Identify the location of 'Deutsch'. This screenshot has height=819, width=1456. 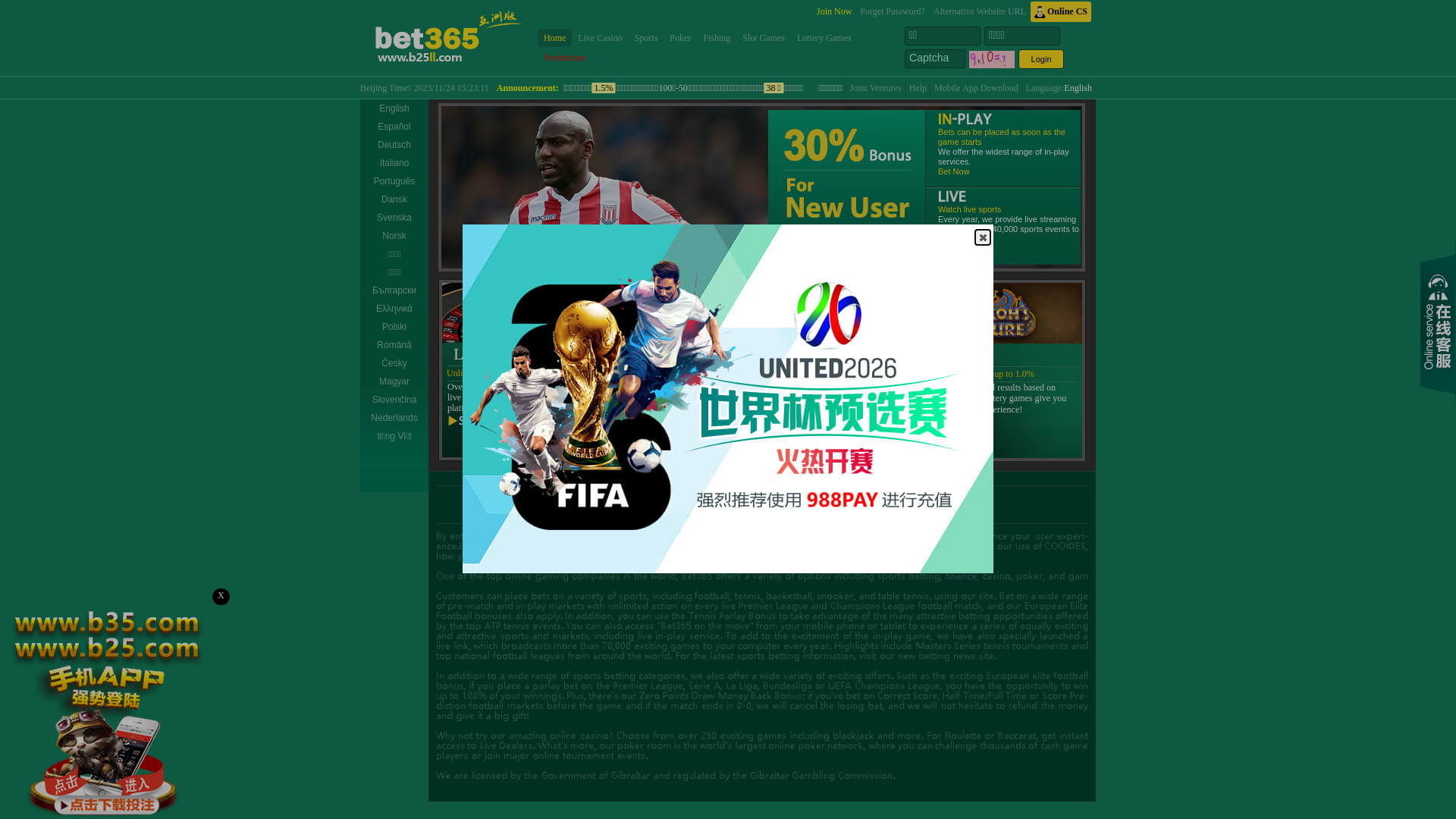
(359, 145).